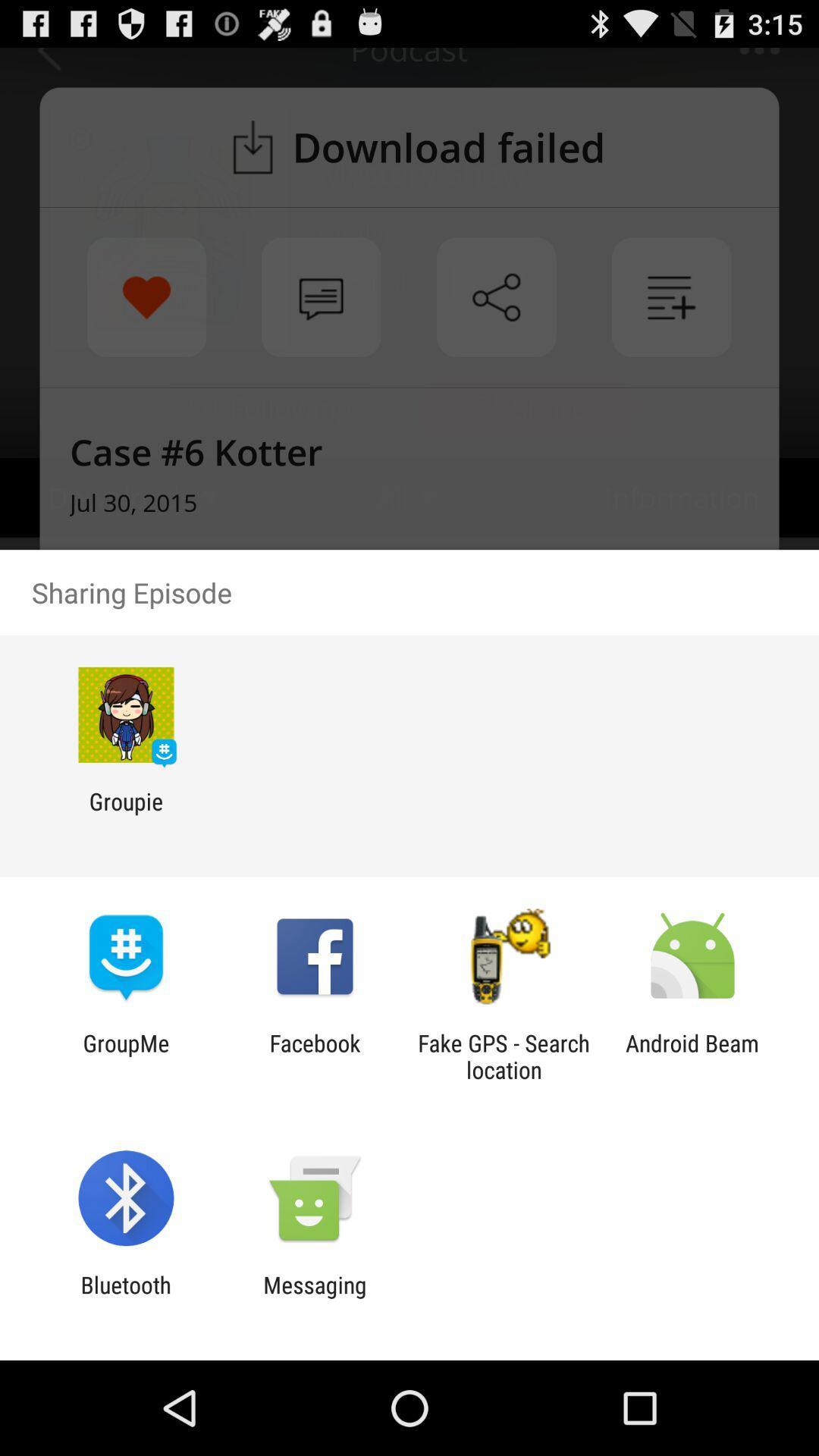  What do you see at coordinates (314, 1298) in the screenshot?
I see `icon to the right of bluetooth` at bounding box center [314, 1298].